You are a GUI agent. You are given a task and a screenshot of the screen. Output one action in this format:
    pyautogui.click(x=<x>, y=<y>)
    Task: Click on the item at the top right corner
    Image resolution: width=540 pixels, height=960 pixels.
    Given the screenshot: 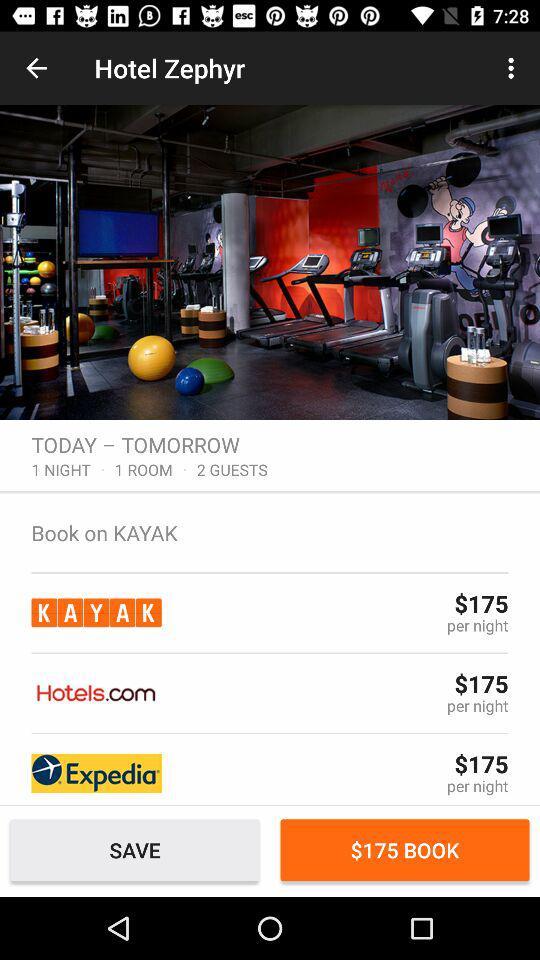 What is the action you would take?
    pyautogui.click(x=513, y=68)
    